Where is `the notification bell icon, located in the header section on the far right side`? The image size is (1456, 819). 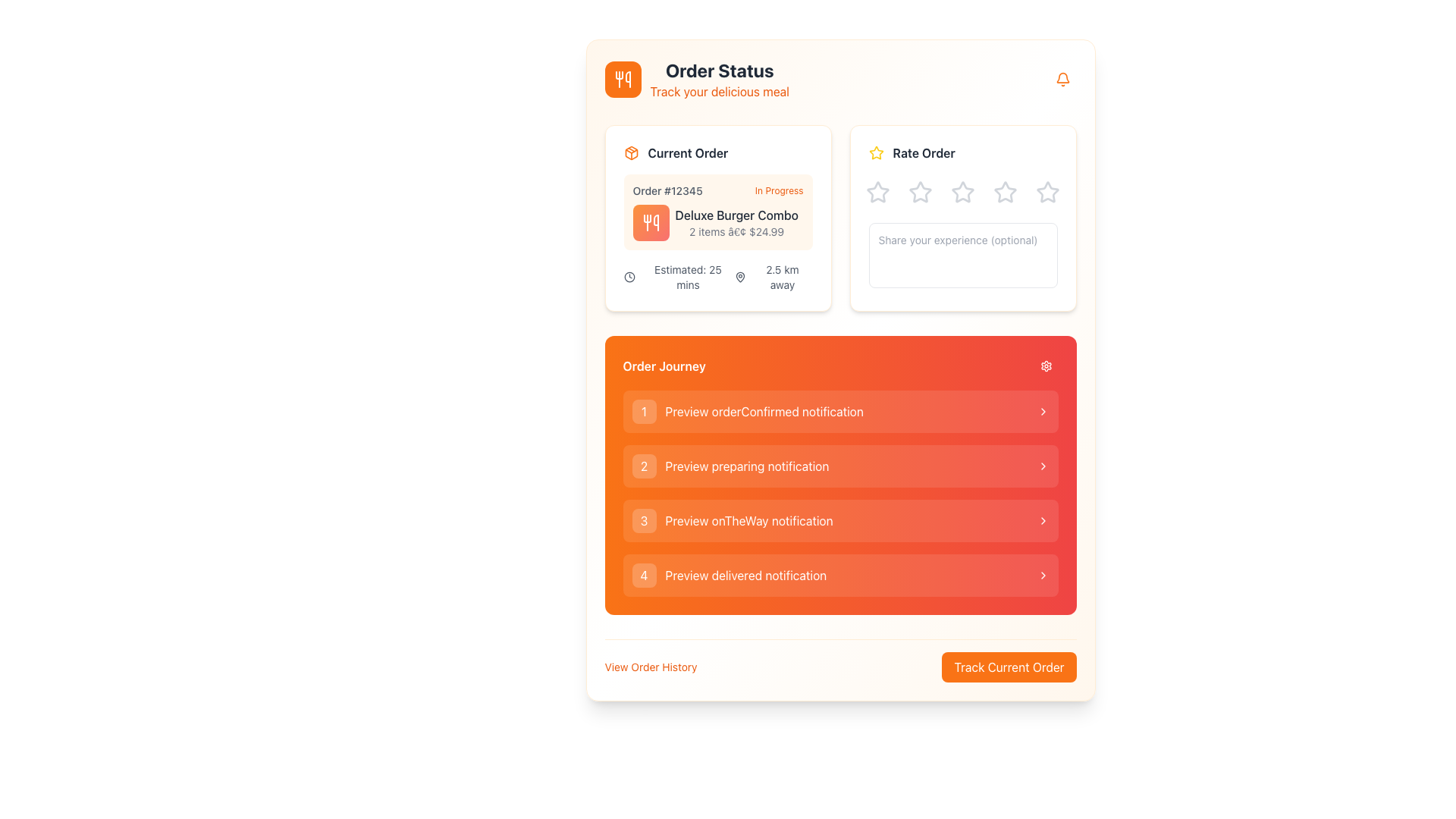
the notification bell icon, located in the header section on the far right side is located at coordinates (1062, 79).